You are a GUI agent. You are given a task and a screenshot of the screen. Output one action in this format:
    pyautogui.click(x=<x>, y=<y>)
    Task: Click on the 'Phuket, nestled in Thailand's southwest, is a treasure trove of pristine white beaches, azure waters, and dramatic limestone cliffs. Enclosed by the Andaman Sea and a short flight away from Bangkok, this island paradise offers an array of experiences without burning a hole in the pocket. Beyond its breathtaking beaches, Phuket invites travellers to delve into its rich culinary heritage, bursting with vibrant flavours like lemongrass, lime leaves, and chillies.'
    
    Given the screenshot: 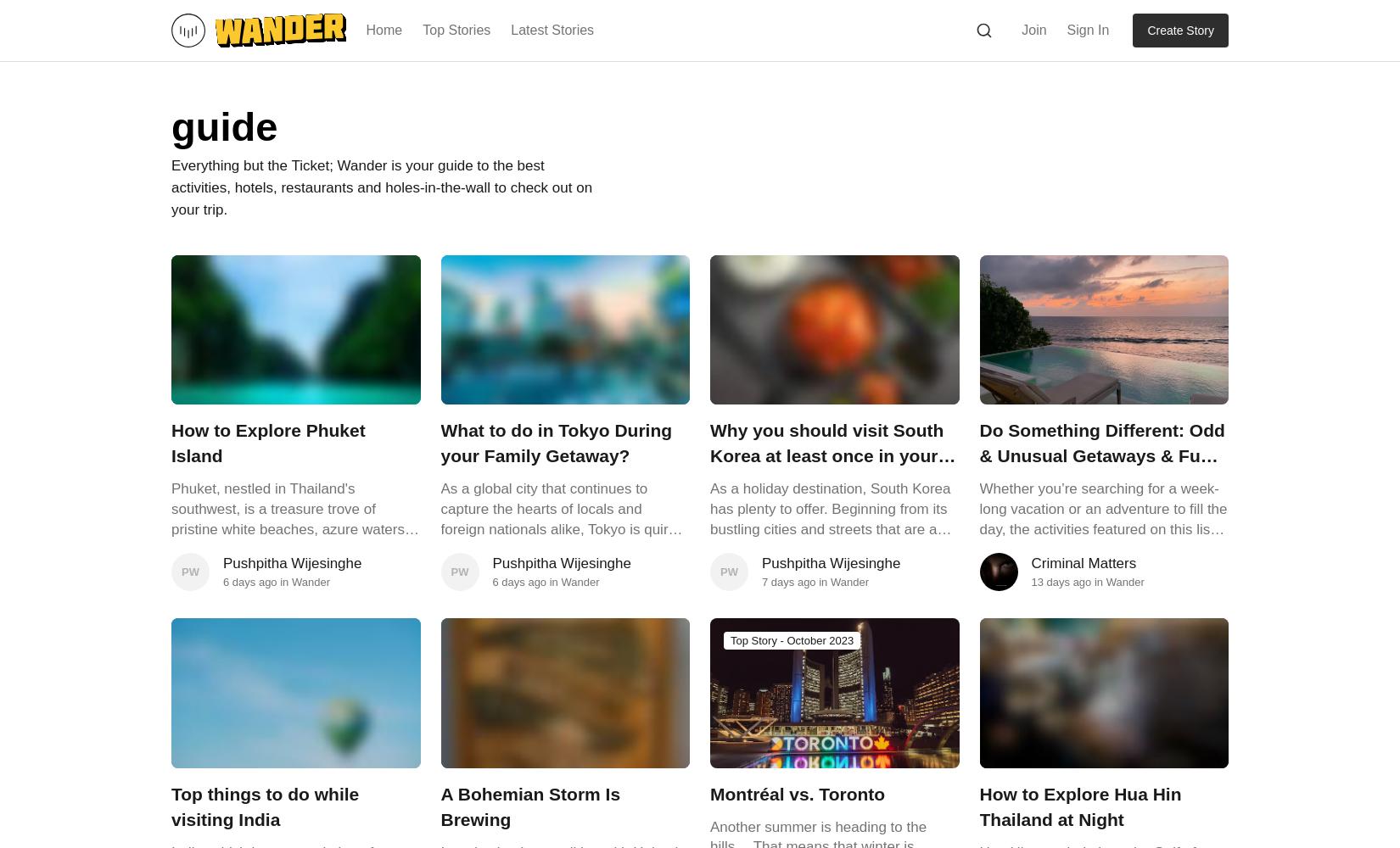 What is the action you would take?
    pyautogui.click(x=290, y=609)
    